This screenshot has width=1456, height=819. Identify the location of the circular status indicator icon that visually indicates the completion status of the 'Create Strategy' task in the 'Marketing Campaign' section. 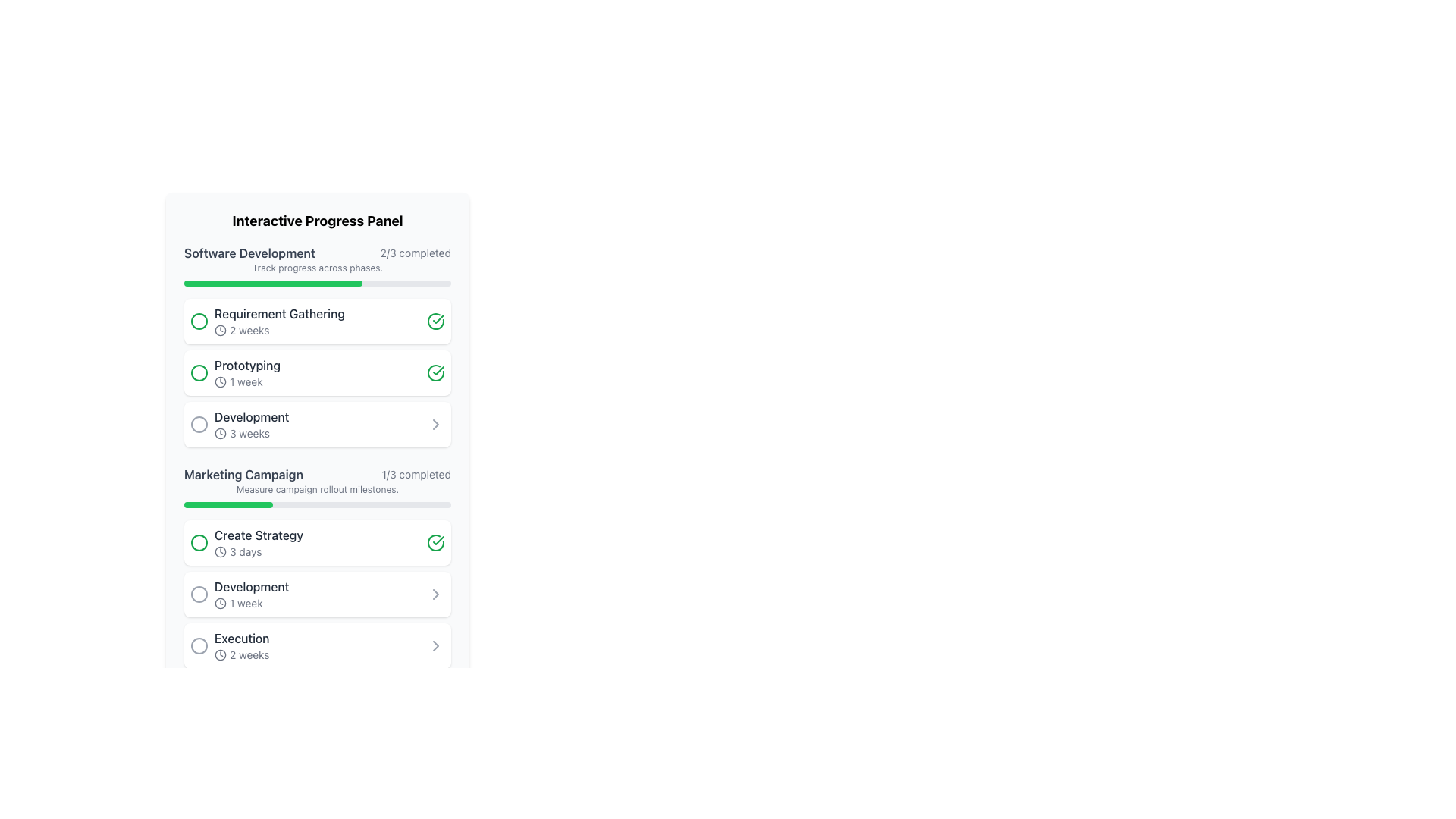
(438, 540).